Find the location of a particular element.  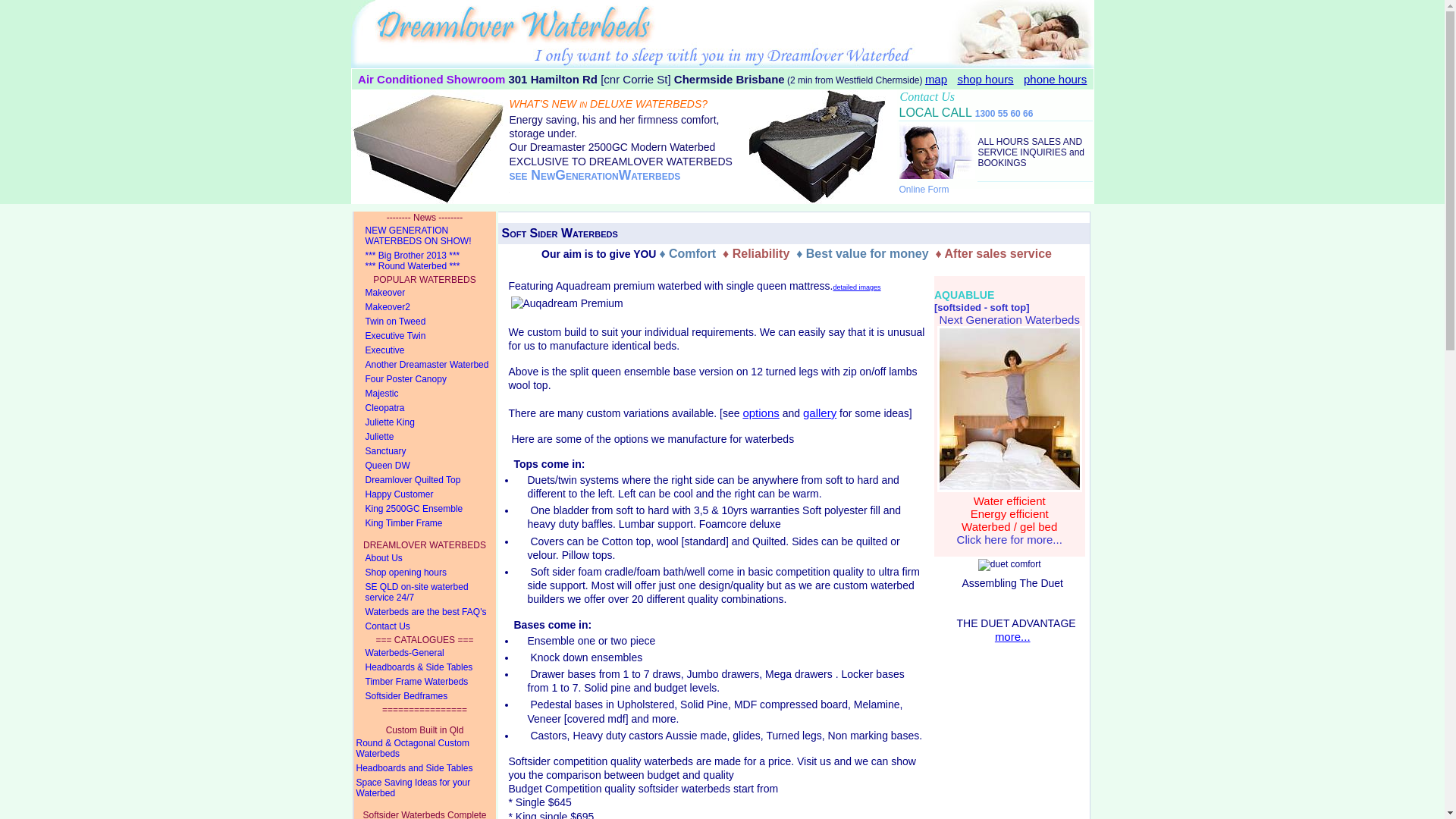

'Waterbeds are the best FAQ's' is located at coordinates (424, 611).